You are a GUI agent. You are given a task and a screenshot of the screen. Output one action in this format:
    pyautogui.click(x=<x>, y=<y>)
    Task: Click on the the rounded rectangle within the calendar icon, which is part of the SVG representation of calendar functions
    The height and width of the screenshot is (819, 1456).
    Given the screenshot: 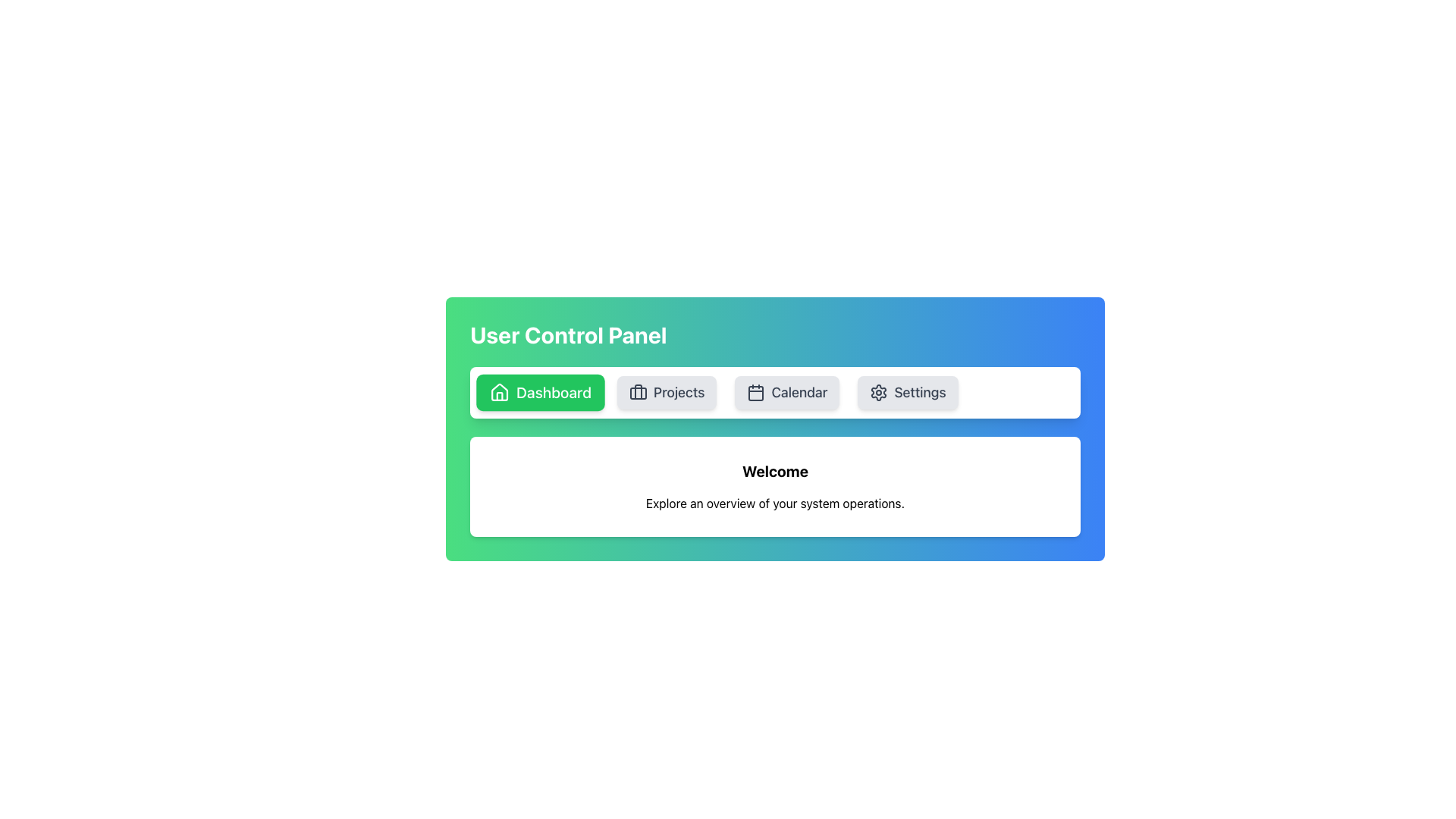 What is the action you would take?
    pyautogui.click(x=756, y=393)
    